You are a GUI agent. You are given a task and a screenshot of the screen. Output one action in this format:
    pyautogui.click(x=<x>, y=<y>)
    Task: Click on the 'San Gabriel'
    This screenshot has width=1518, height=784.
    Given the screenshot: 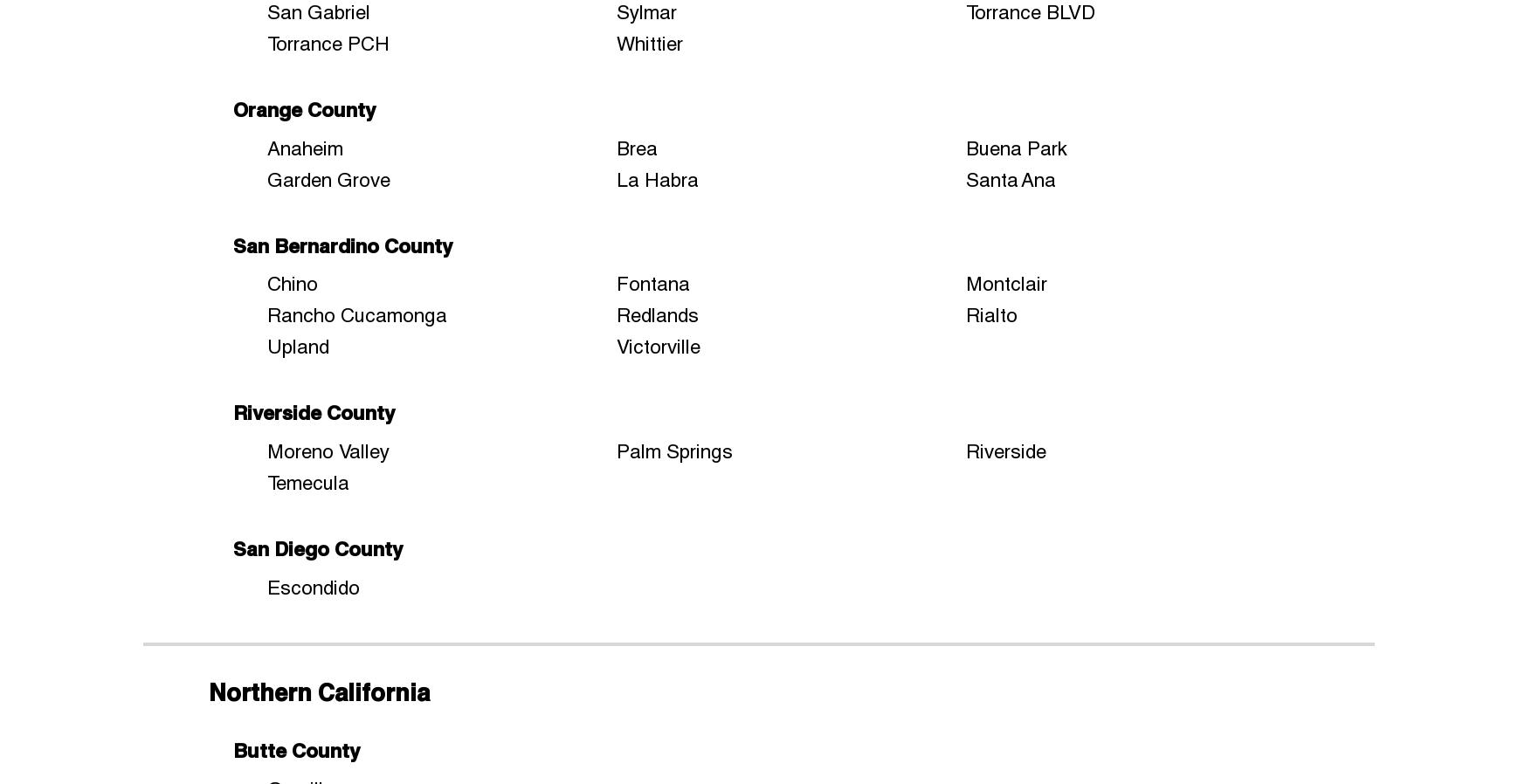 What is the action you would take?
    pyautogui.click(x=317, y=10)
    